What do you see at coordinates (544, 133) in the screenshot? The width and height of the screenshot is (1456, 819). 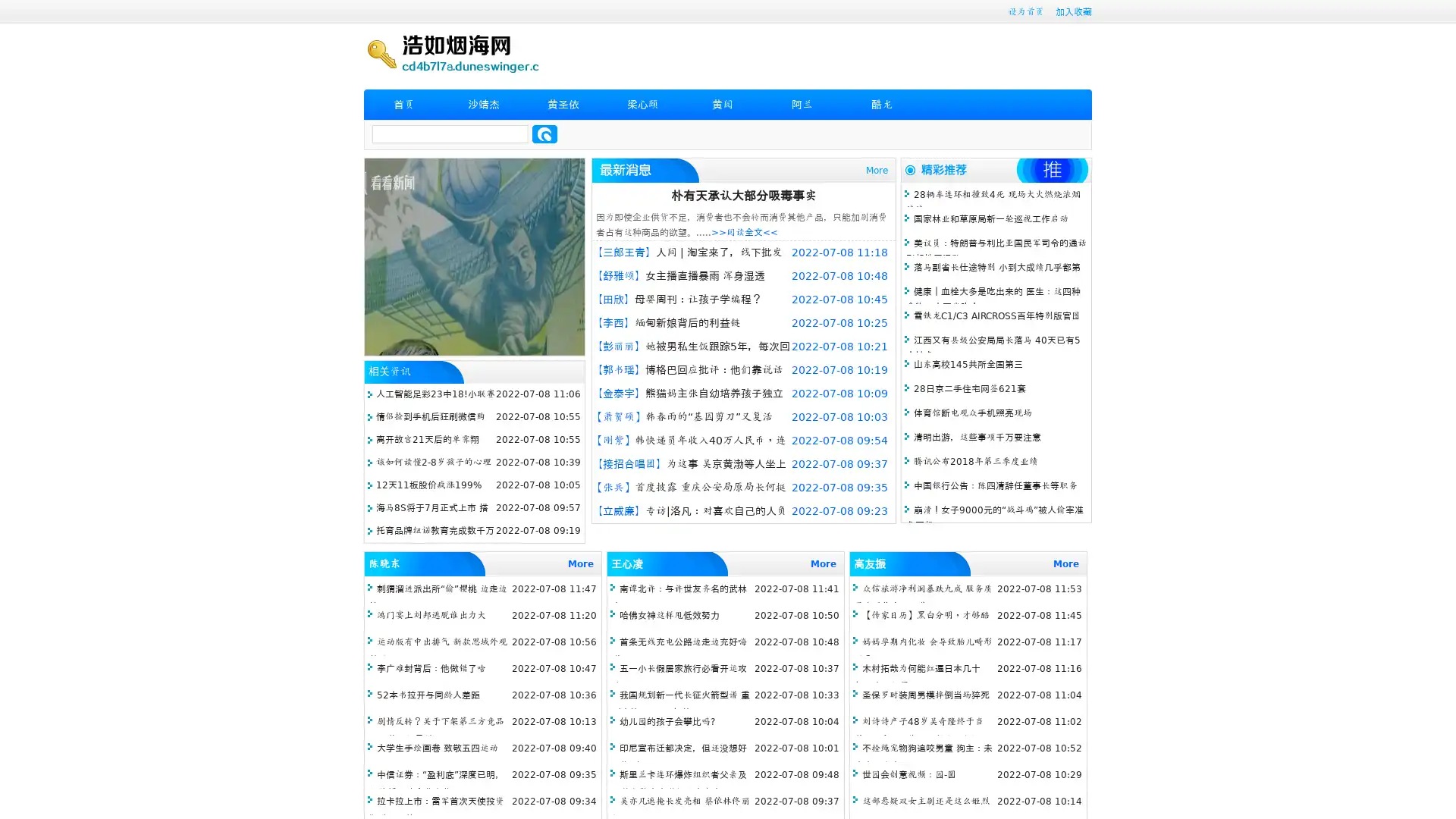 I see `Search` at bounding box center [544, 133].